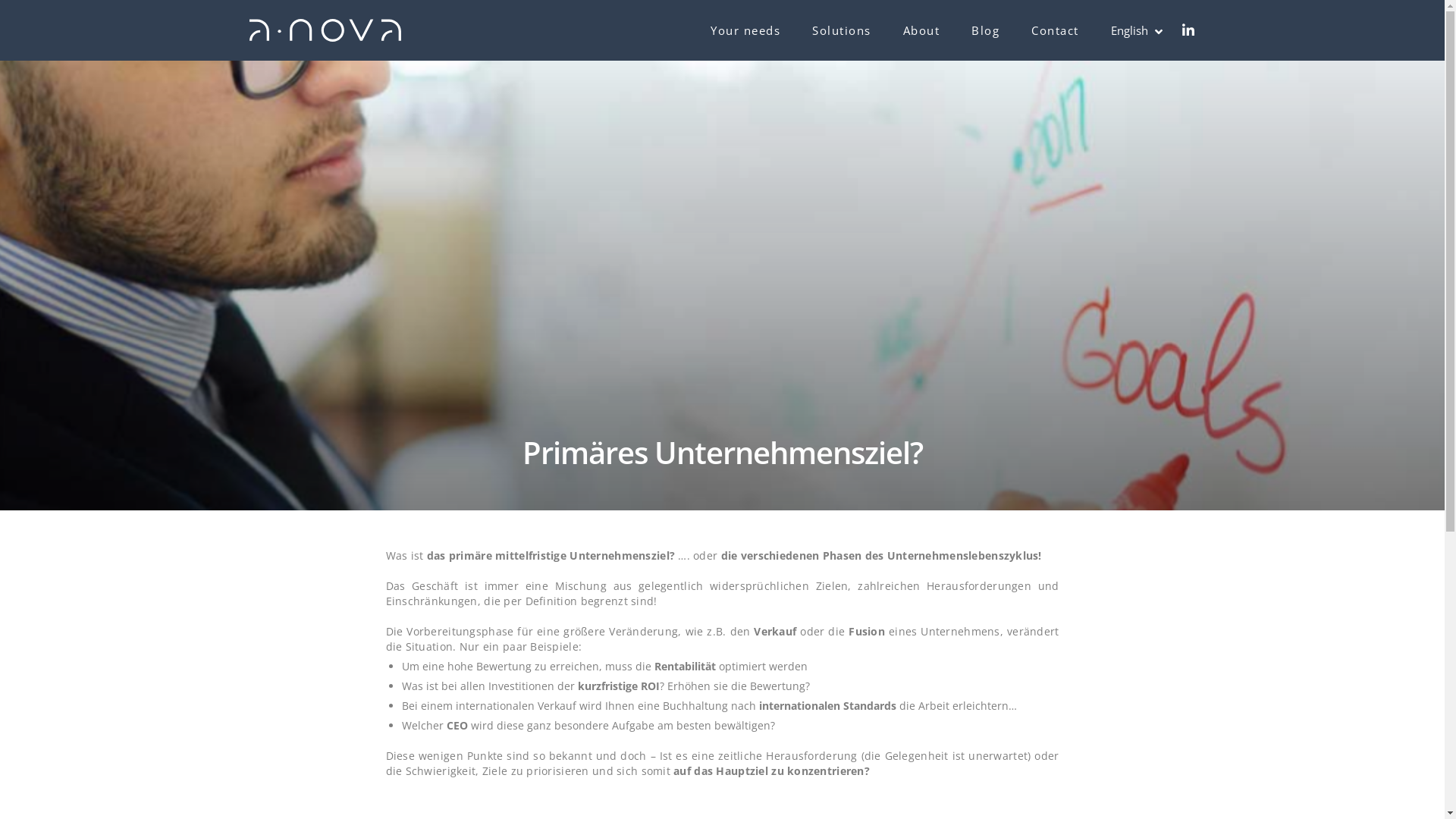 The height and width of the screenshot is (819, 1456). Describe the element at coordinates (745, 30) in the screenshot. I see `'Your needs'` at that location.